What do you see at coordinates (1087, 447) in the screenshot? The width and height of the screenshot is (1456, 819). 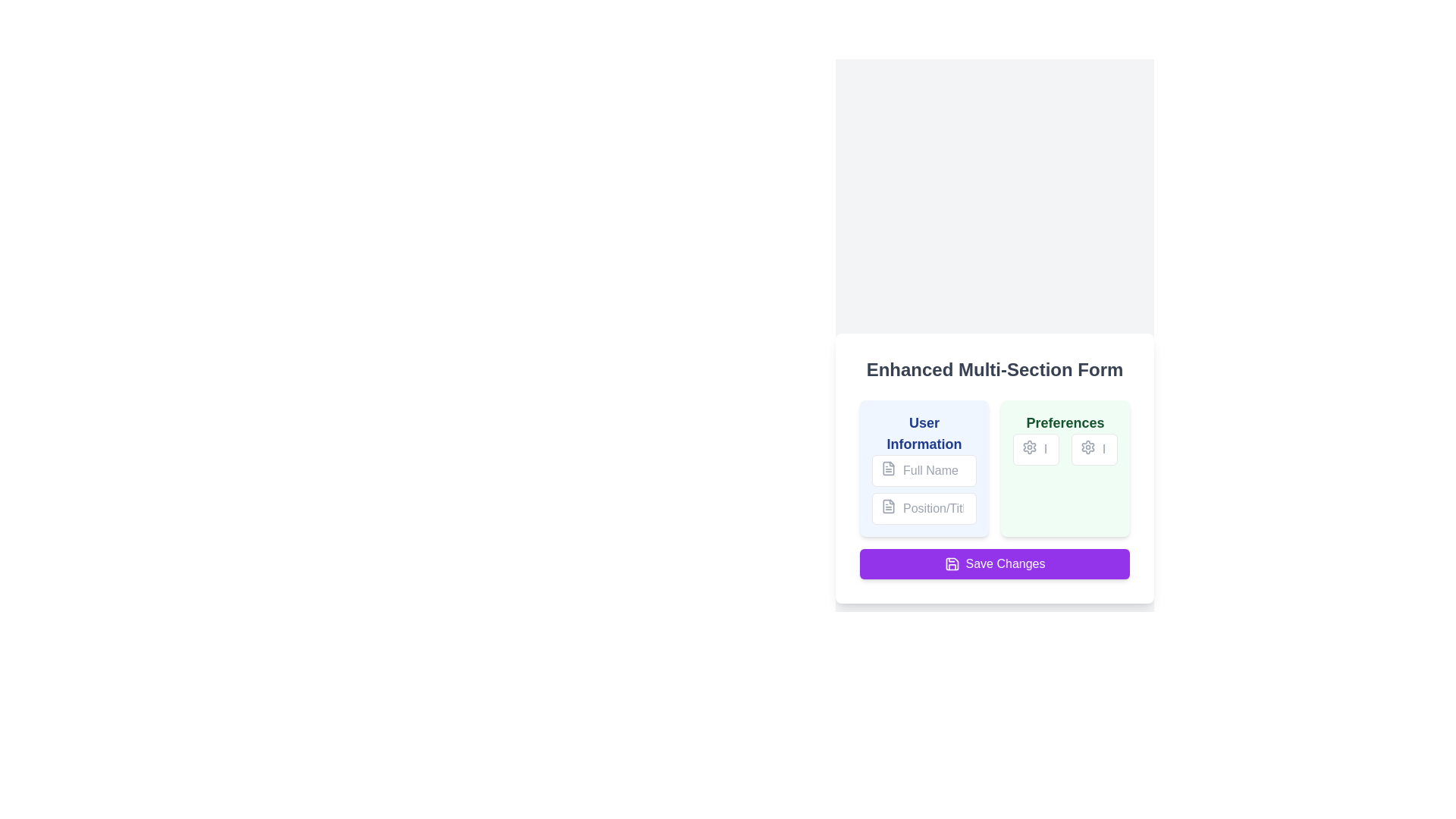 I see `the Settings icon located in the Preferences section beneath the Enhanced Multi-Section Form header` at bounding box center [1087, 447].